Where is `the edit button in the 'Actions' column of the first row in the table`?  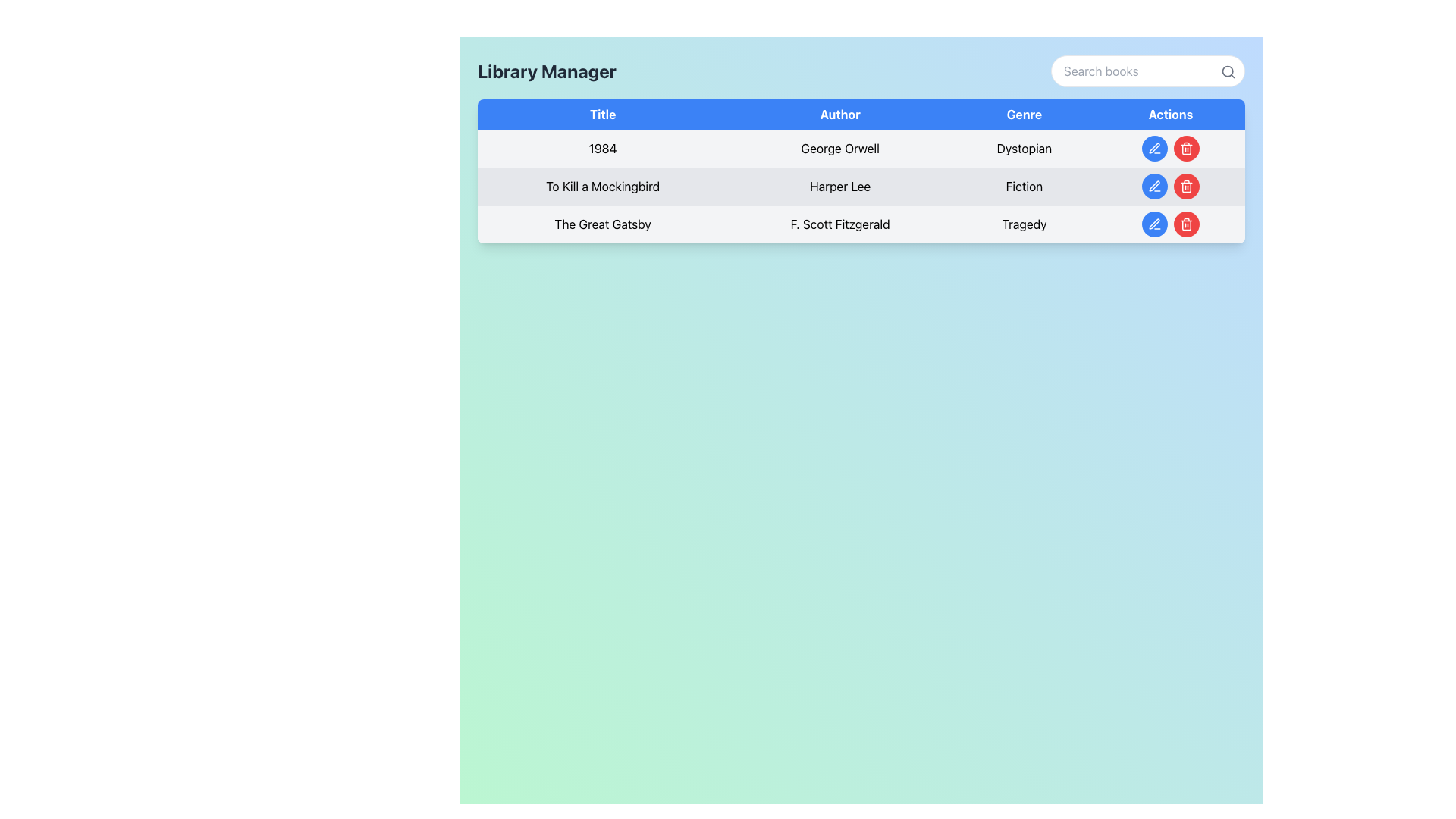 the edit button in the 'Actions' column of the first row in the table is located at coordinates (1153, 149).